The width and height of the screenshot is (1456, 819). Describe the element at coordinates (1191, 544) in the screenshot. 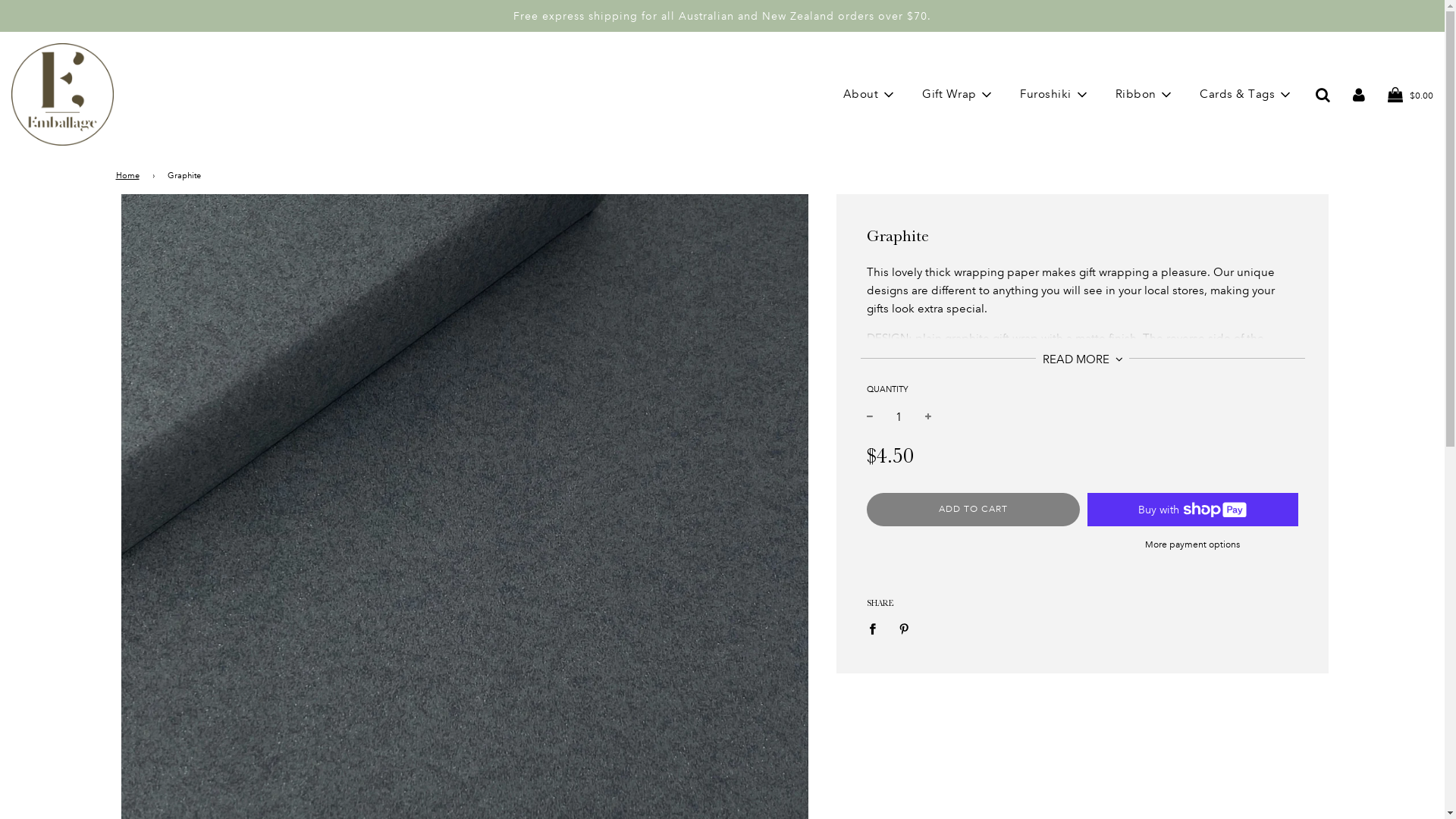

I see `'More payment options'` at that location.